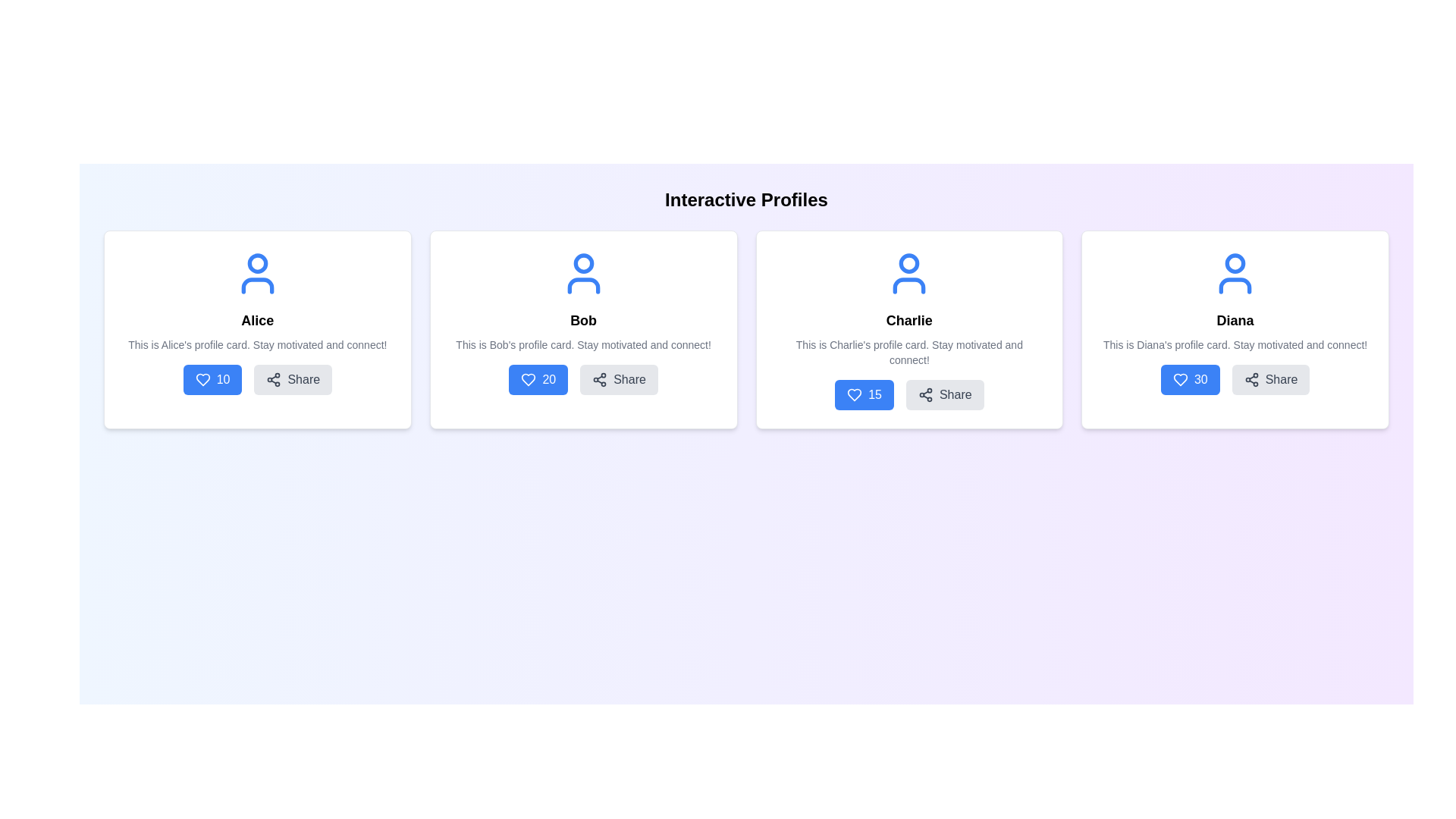 This screenshot has width=1456, height=819. Describe the element at coordinates (864, 394) in the screenshot. I see `the 'like' button located in the lower-left section of the third profile card labeled 'Charlie'` at that location.